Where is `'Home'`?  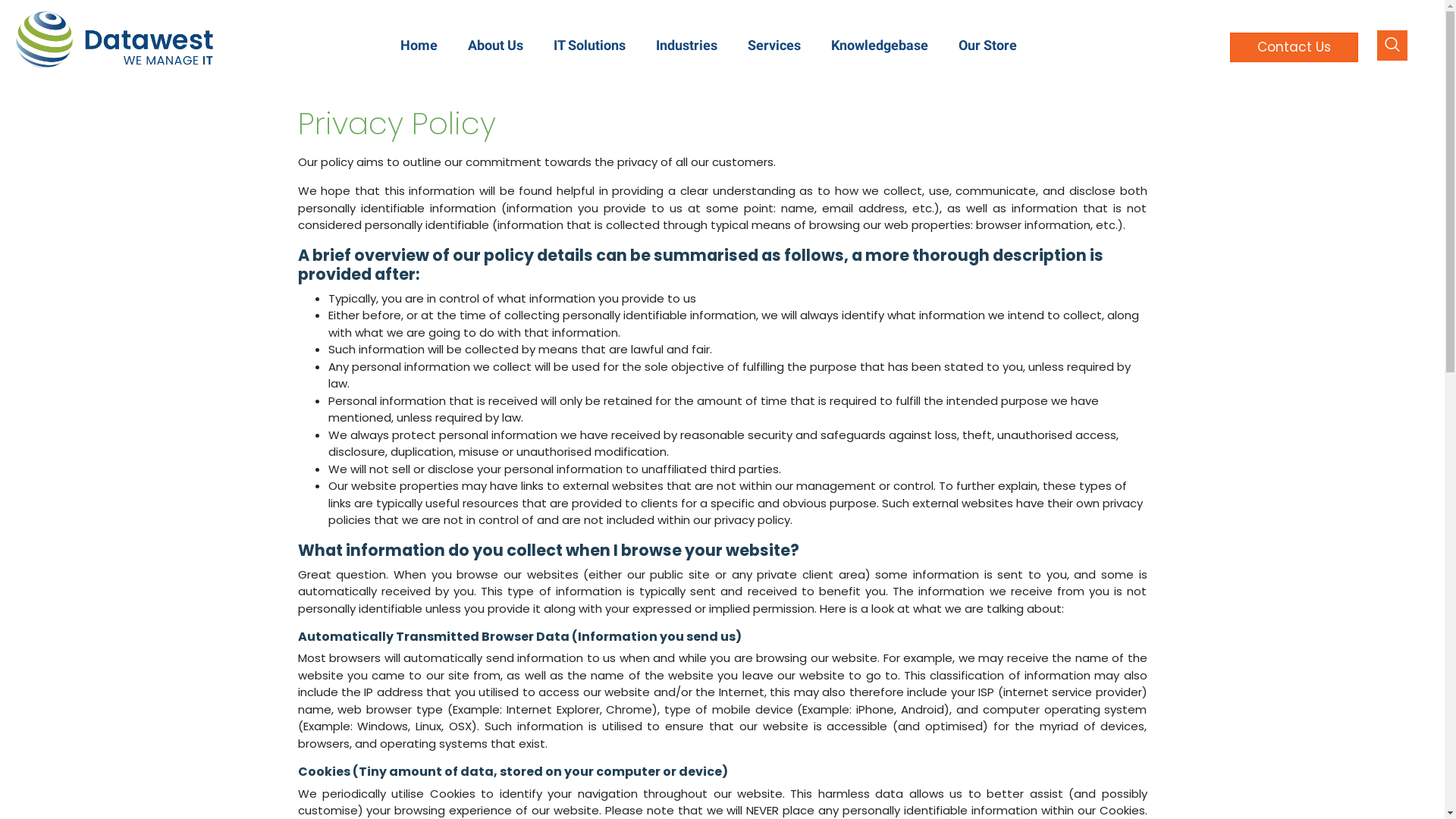 'Home' is located at coordinates (419, 44).